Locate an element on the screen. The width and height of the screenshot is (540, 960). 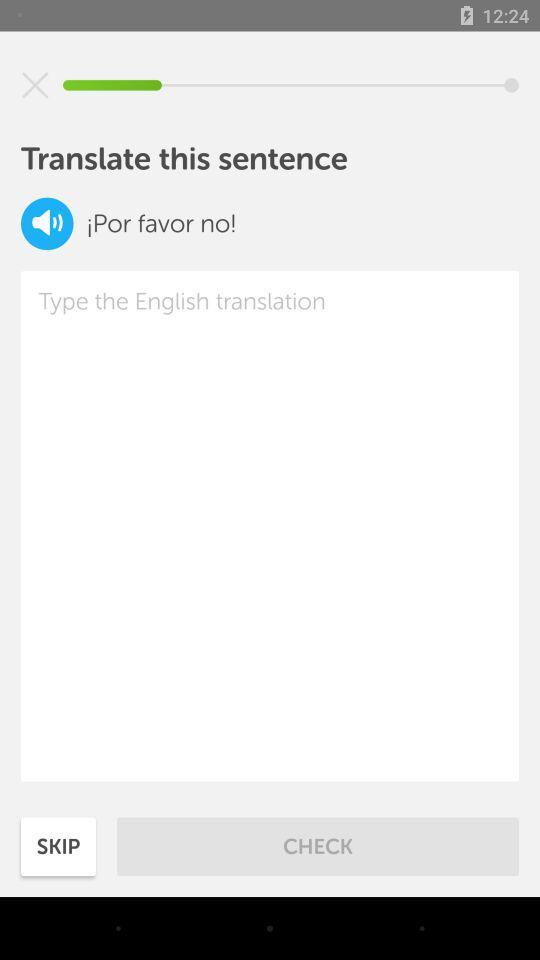
item to the left of the check item is located at coordinates (58, 845).